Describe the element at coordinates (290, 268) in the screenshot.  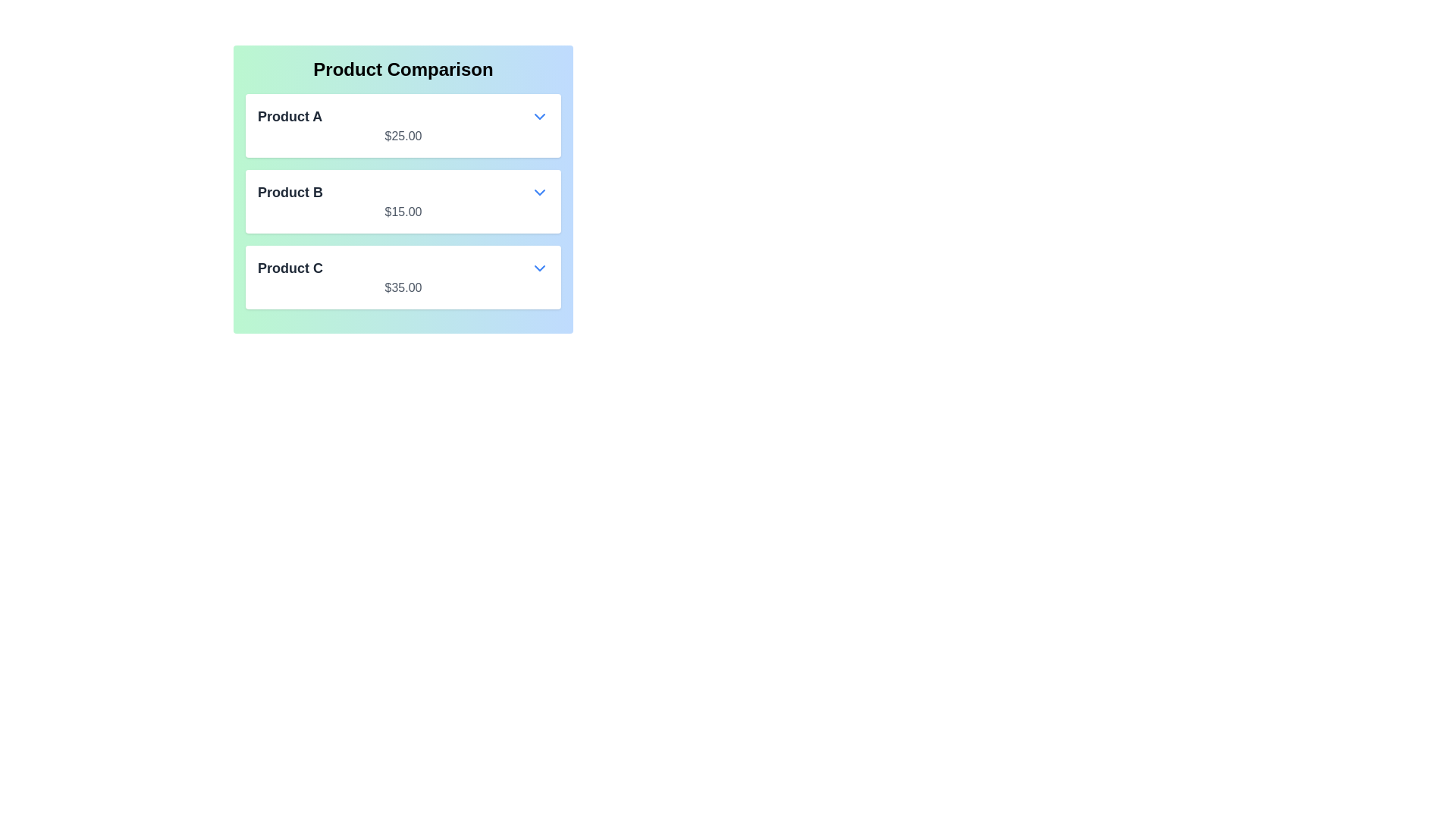
I see `the text label for 'Product C'` at that location.